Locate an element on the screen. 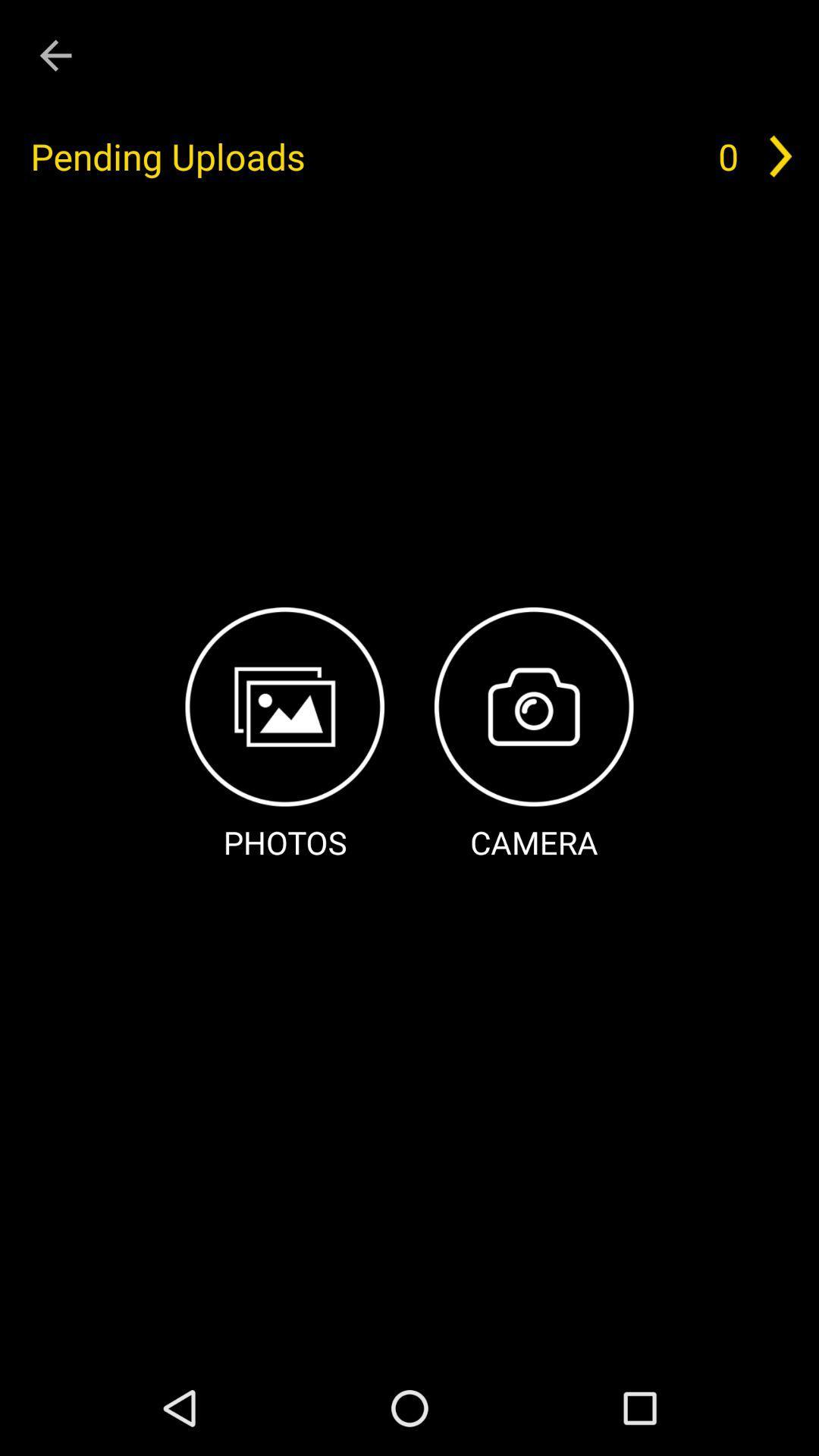 The width and height of the screenshot is (819, 1456). item below pending uploads item is located at coordinates (533, 736).